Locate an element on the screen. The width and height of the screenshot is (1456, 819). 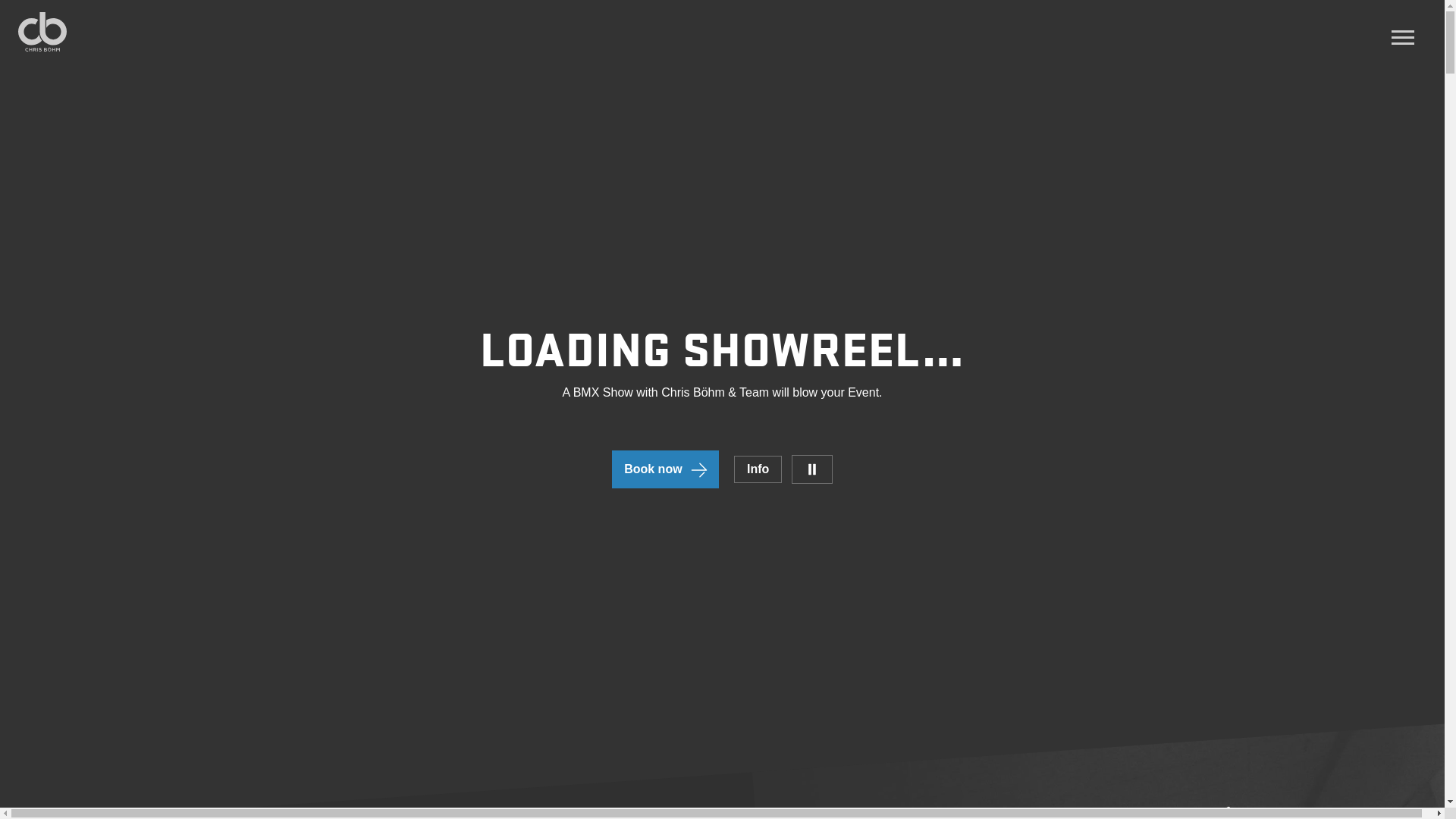
'Book now' is located at coordinates (665, 468).